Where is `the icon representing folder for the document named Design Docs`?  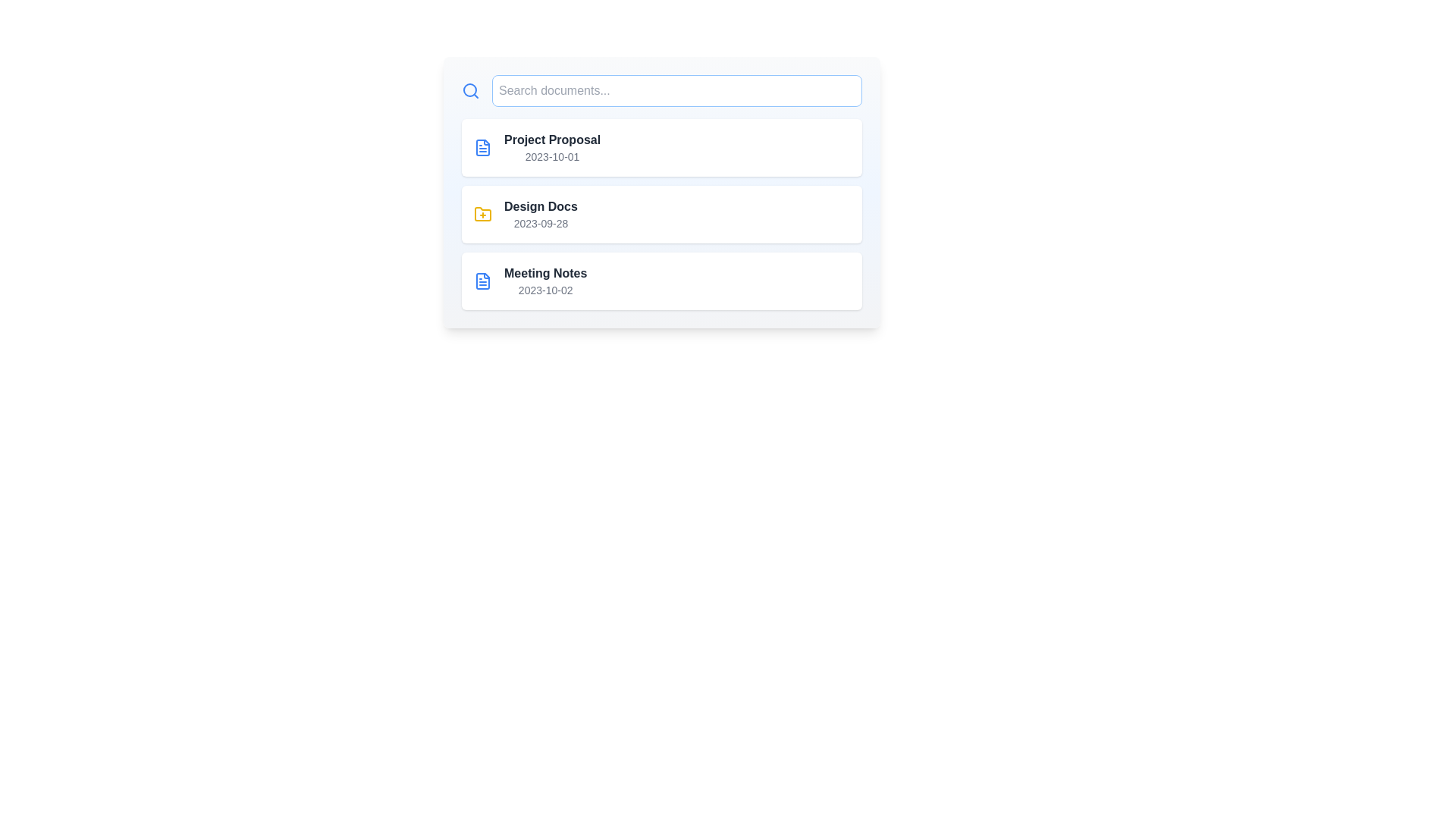 the icon representing folder for the document named Design Docs is located at coordinates (482, 214).